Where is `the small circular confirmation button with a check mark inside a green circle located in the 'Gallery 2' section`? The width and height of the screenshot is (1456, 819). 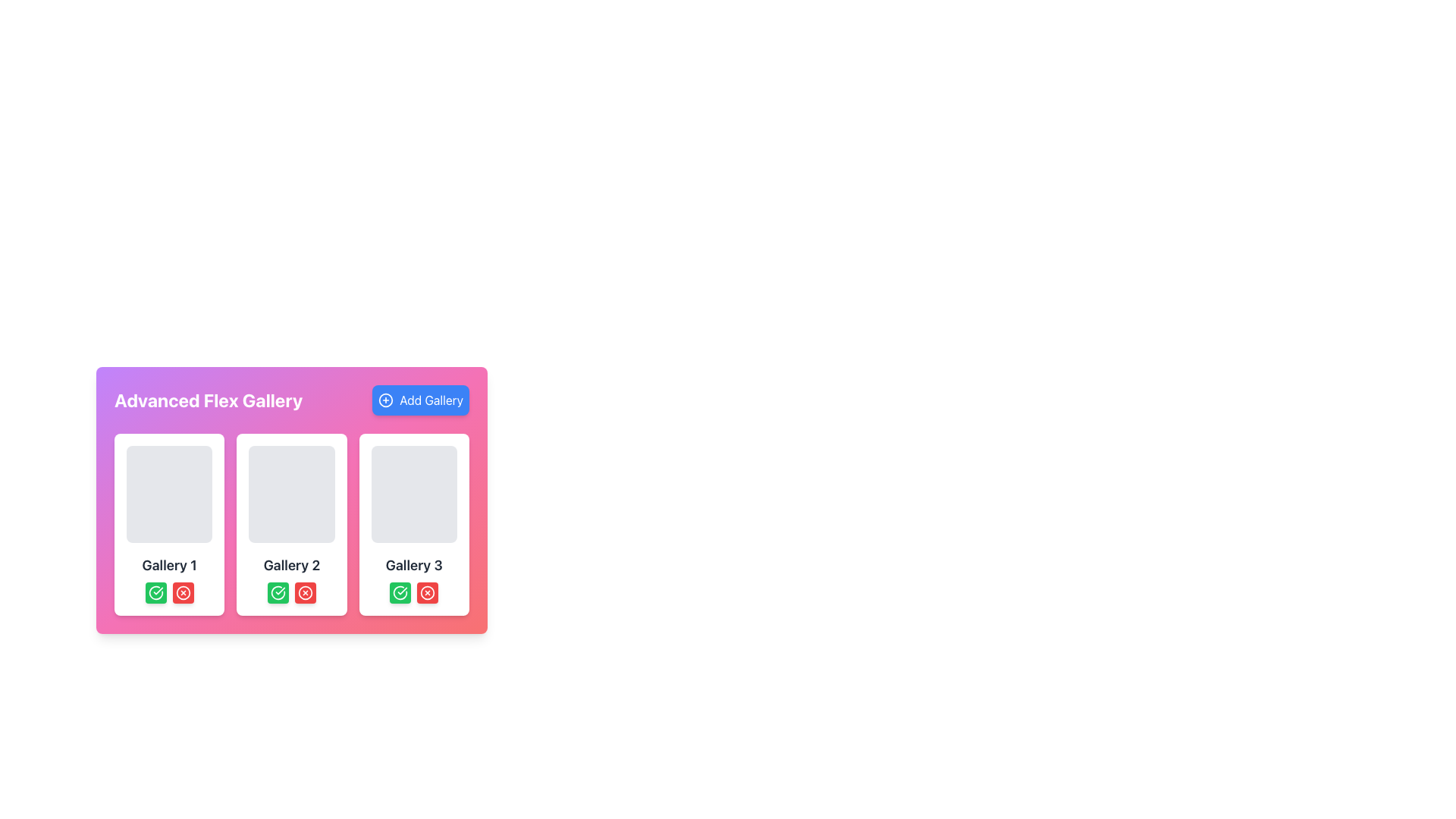 the small circular confirmation button with a check mark inside a green circle located in the 'Gallery 2' section is located at coordinates (278, 592).